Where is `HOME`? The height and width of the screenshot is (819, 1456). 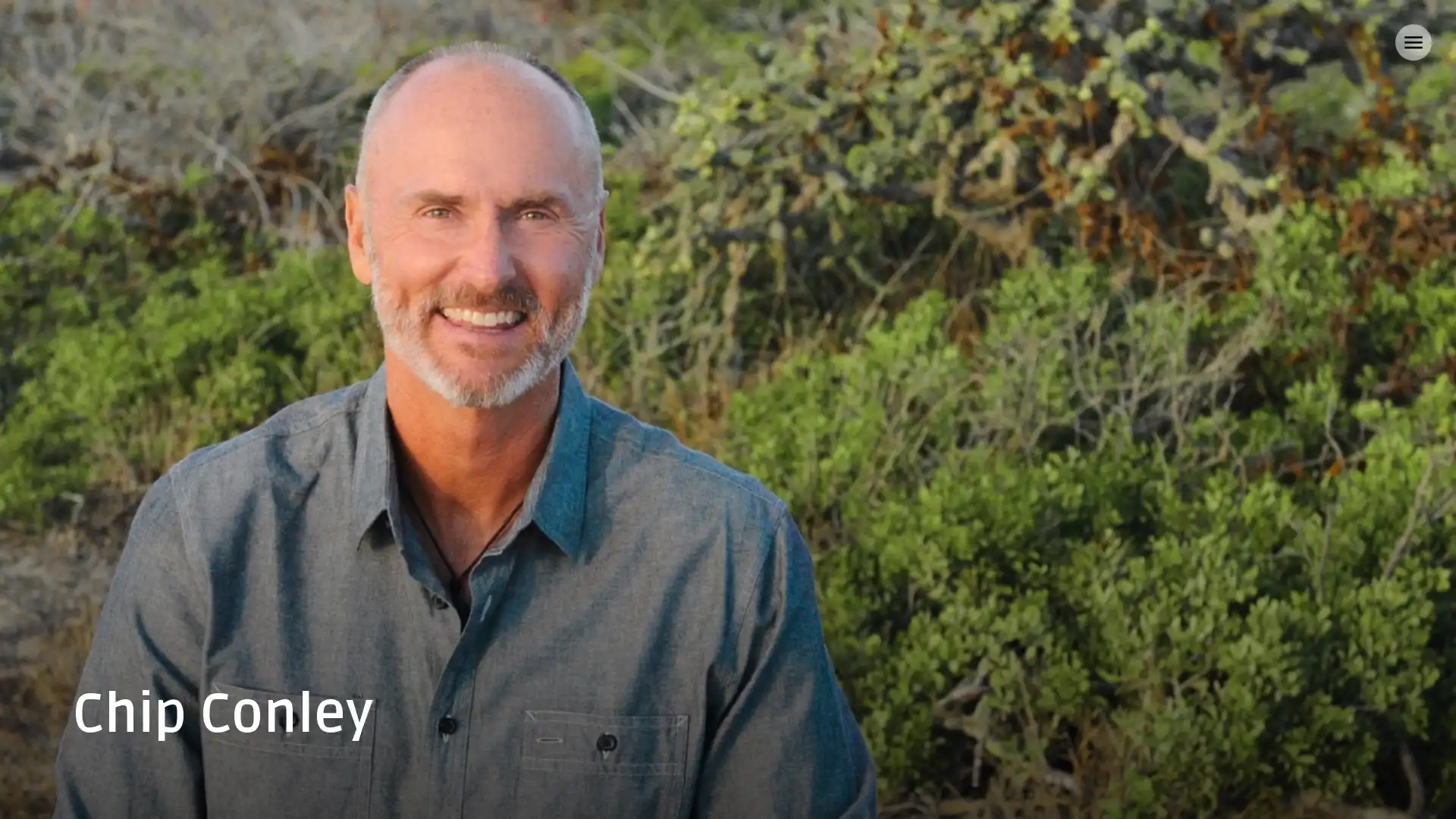
HOME is located at coordinates (55, 42).